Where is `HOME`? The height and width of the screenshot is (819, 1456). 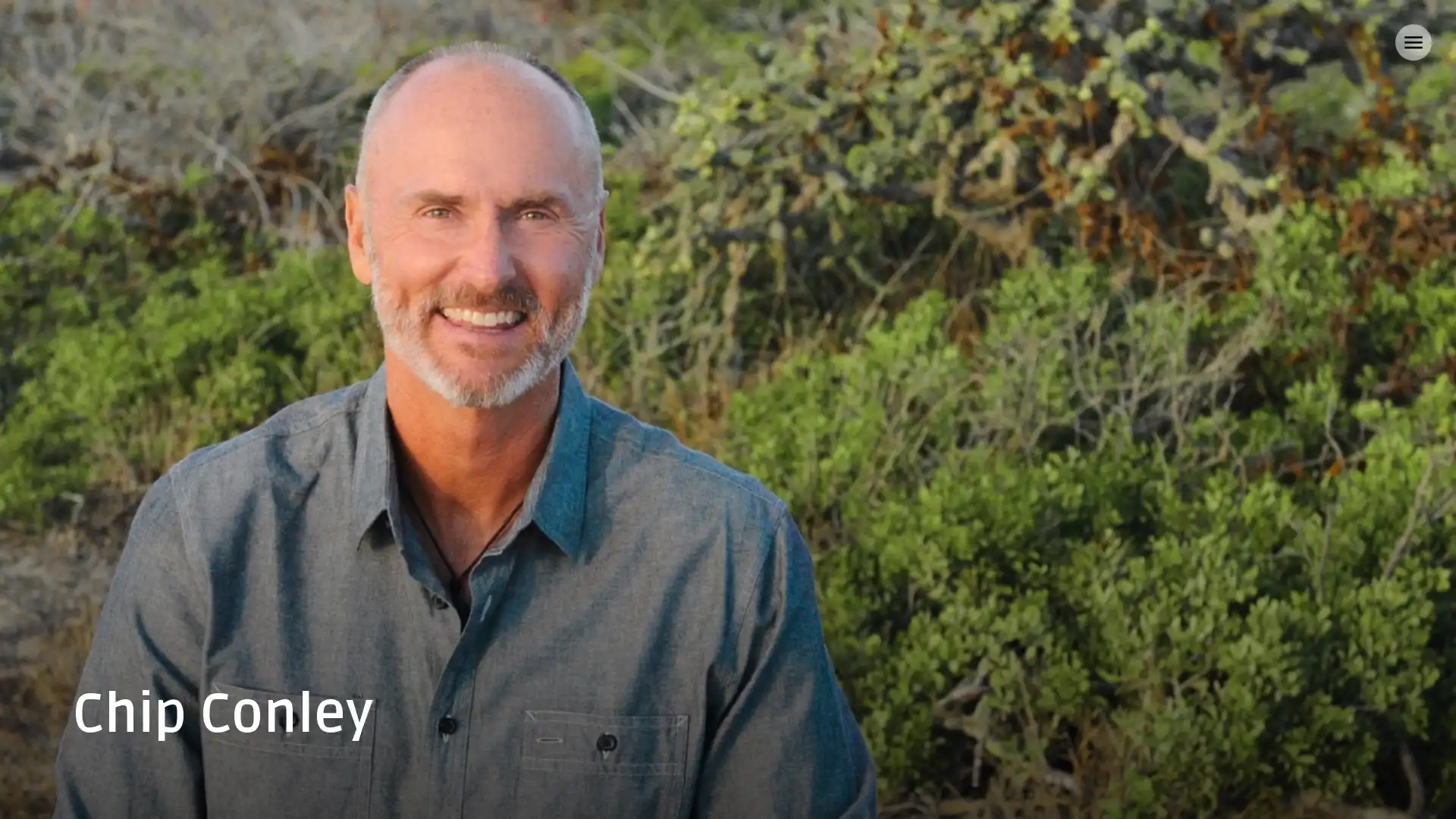
HOME is located at coordinates (55, 42).